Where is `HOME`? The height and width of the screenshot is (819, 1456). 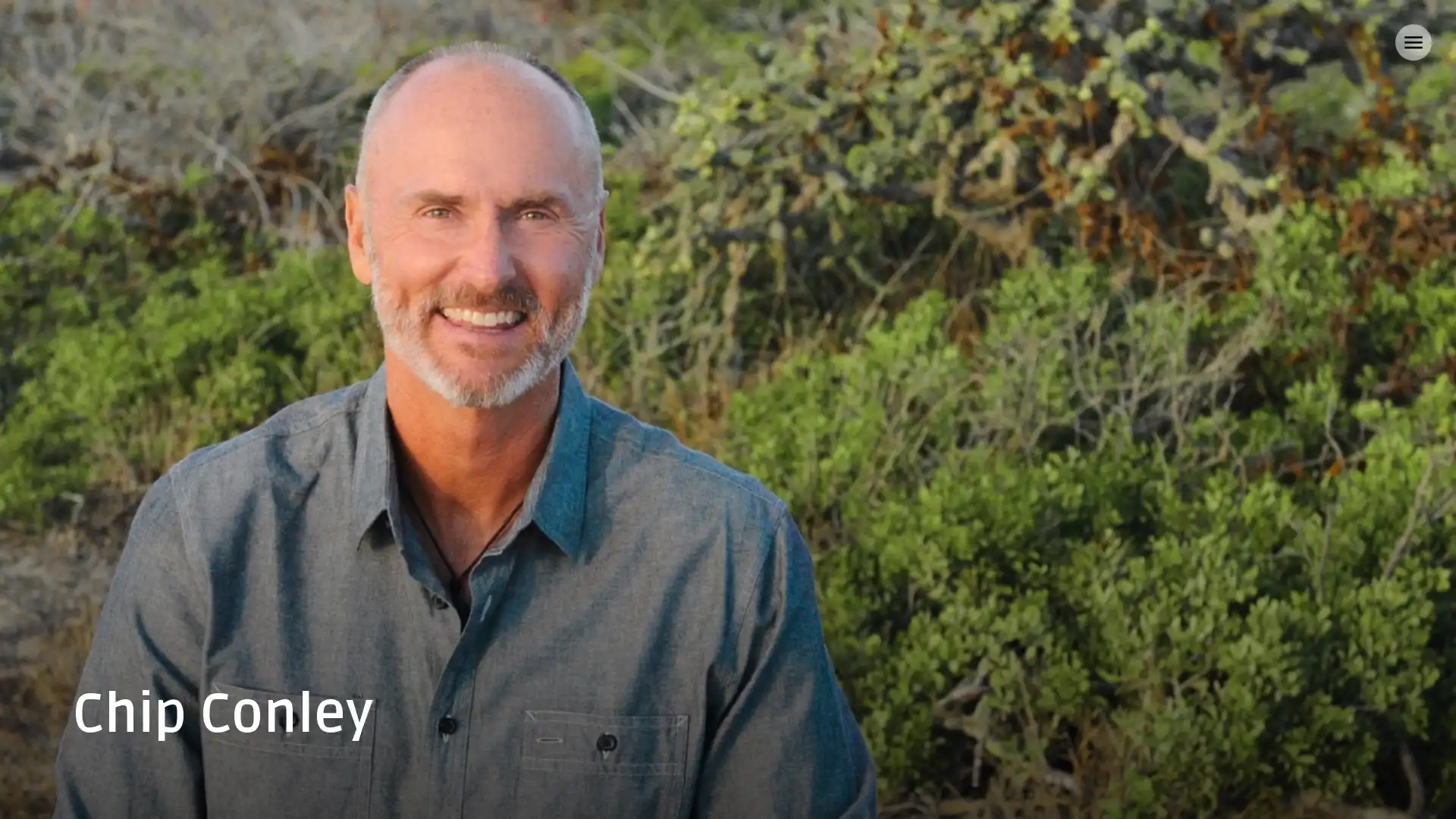
HOME is located at coordinates (55, 42).